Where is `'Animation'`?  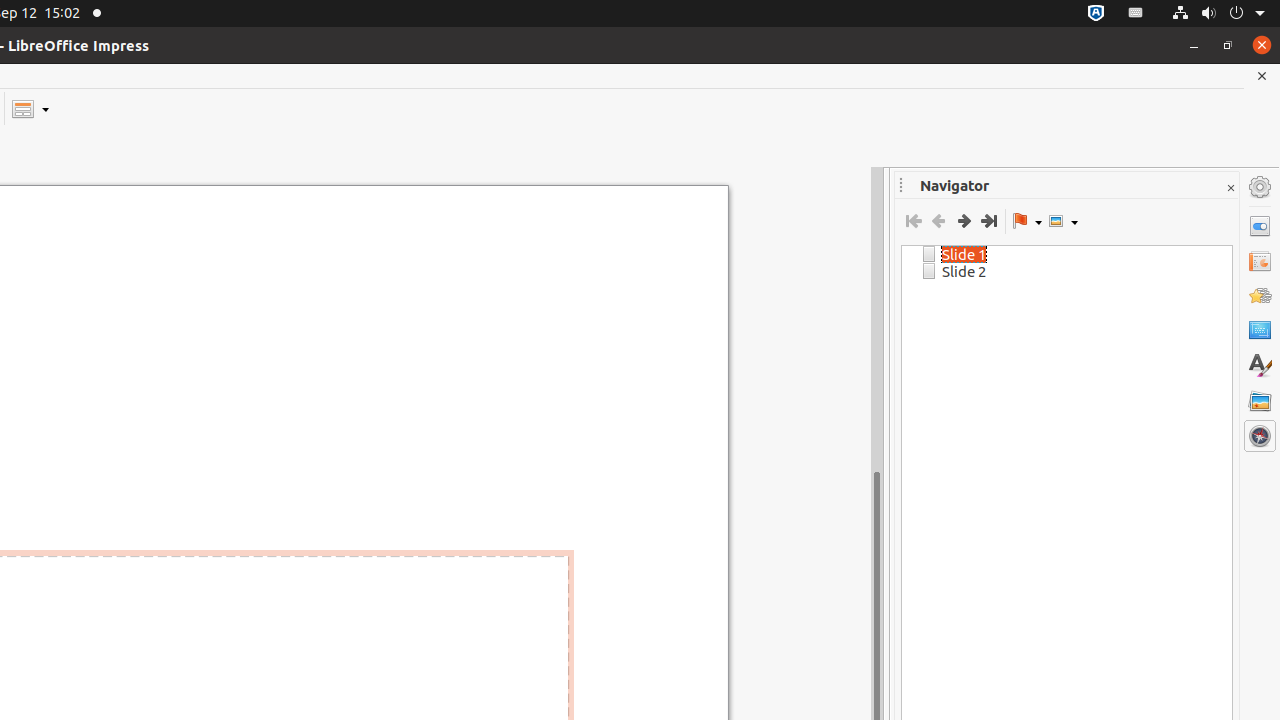 'Animation' is located at coordinates (1259, 295).